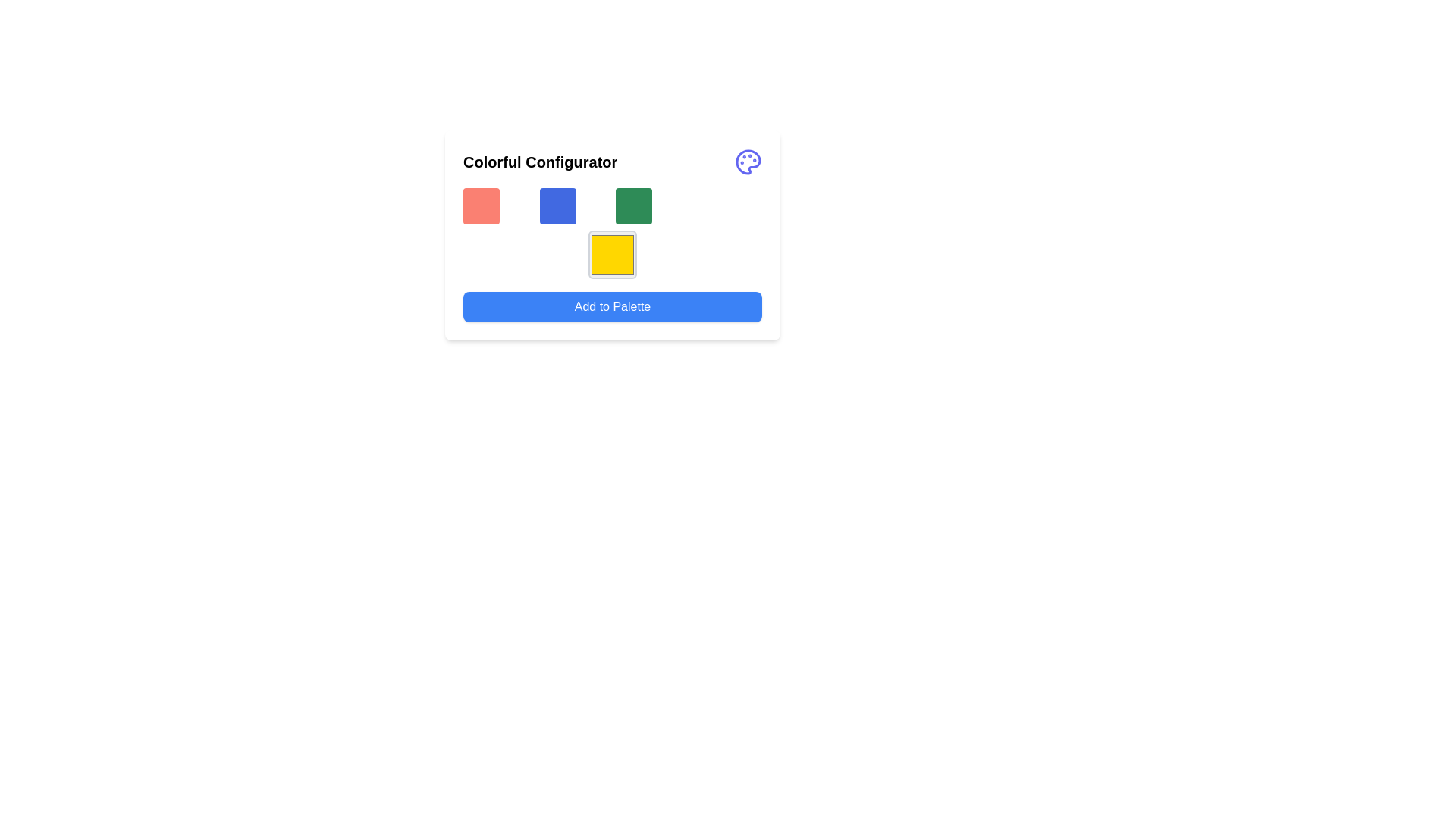 Image resolution: width=1456 pixels, height=819 pixels. I want to click on the interactive color picker button, which is a large square-shaped button filled with yellow and bordered by a gray solid border, located below the smaller color buttons in the color palette, so click(612, 253).